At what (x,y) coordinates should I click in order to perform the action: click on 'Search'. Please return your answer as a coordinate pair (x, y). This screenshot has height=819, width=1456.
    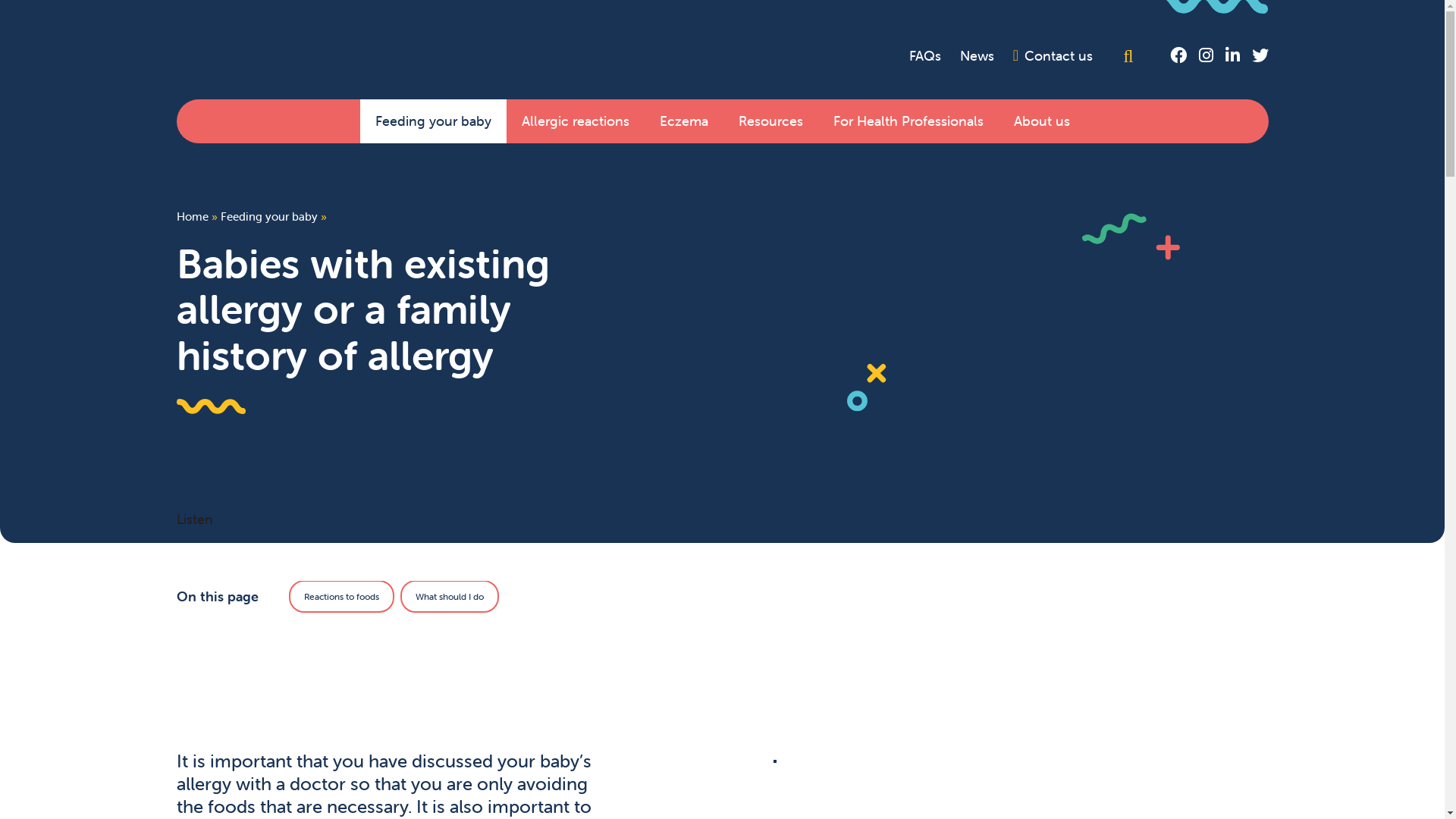
    Looking at the image, I should click on (1131, 55).